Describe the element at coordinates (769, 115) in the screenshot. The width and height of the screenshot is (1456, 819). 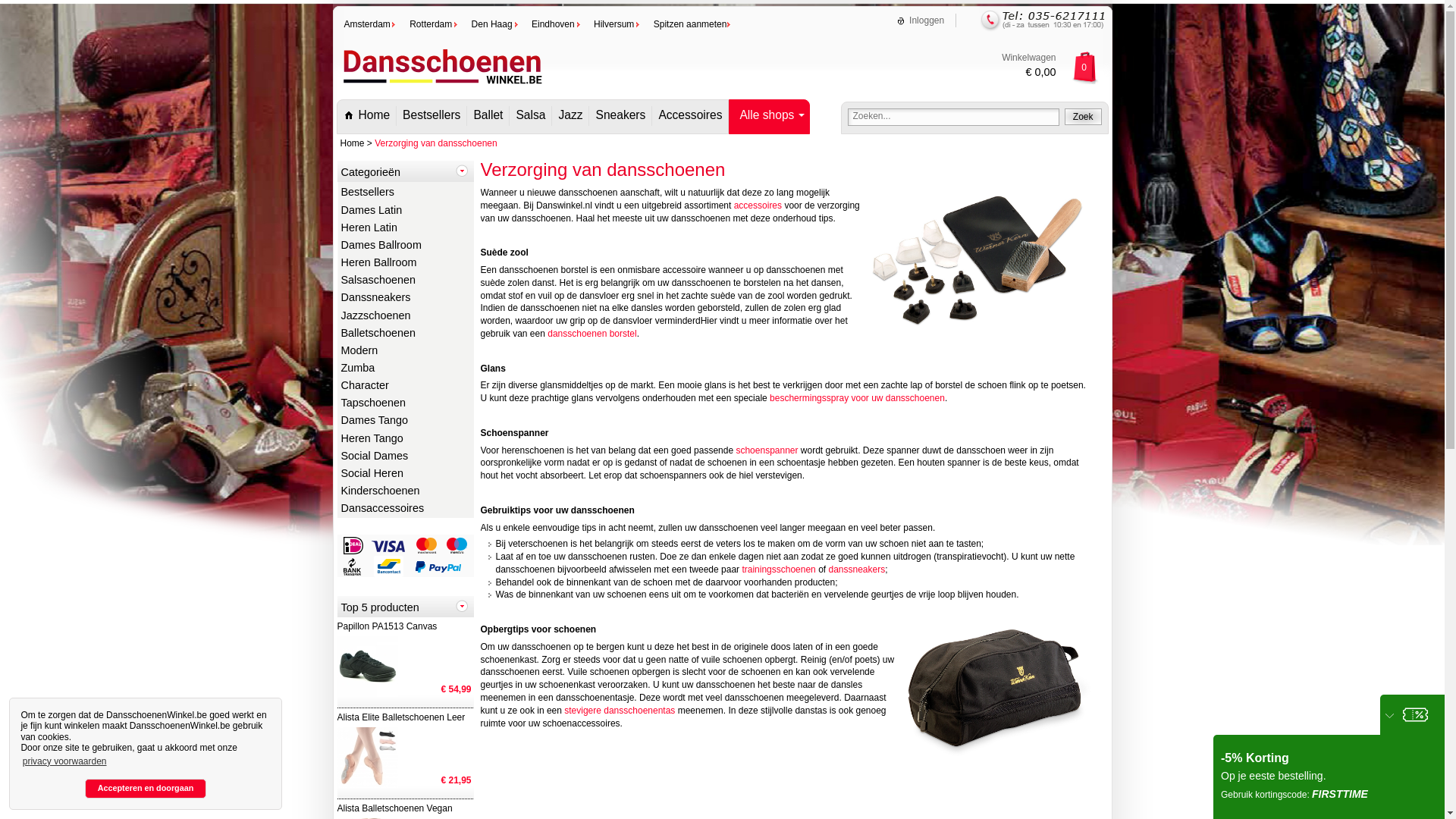
I see `'Alle shops'` at that location.